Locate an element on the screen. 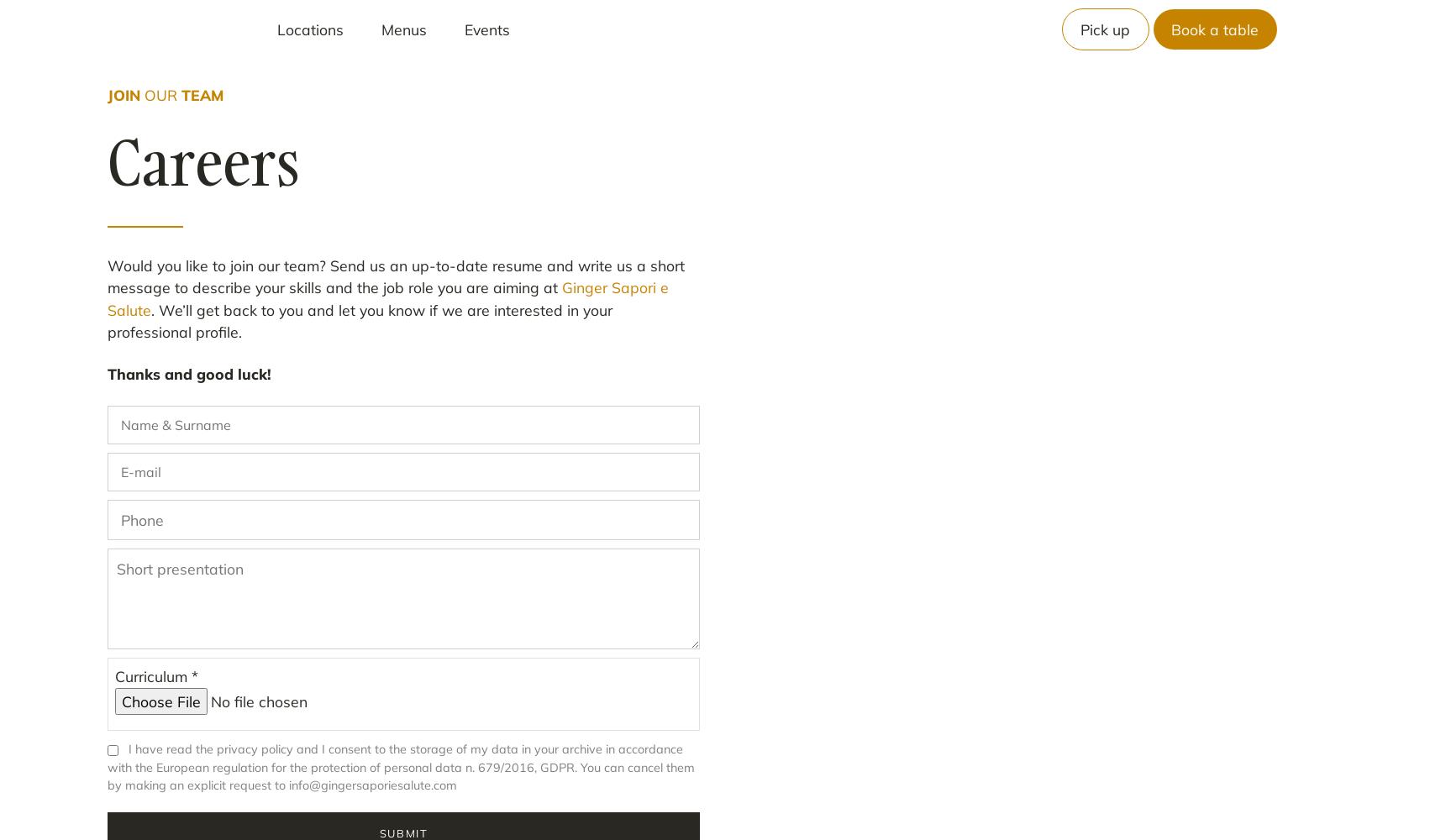  'Thanks and good luck!' is located at coordinates (188, 373).